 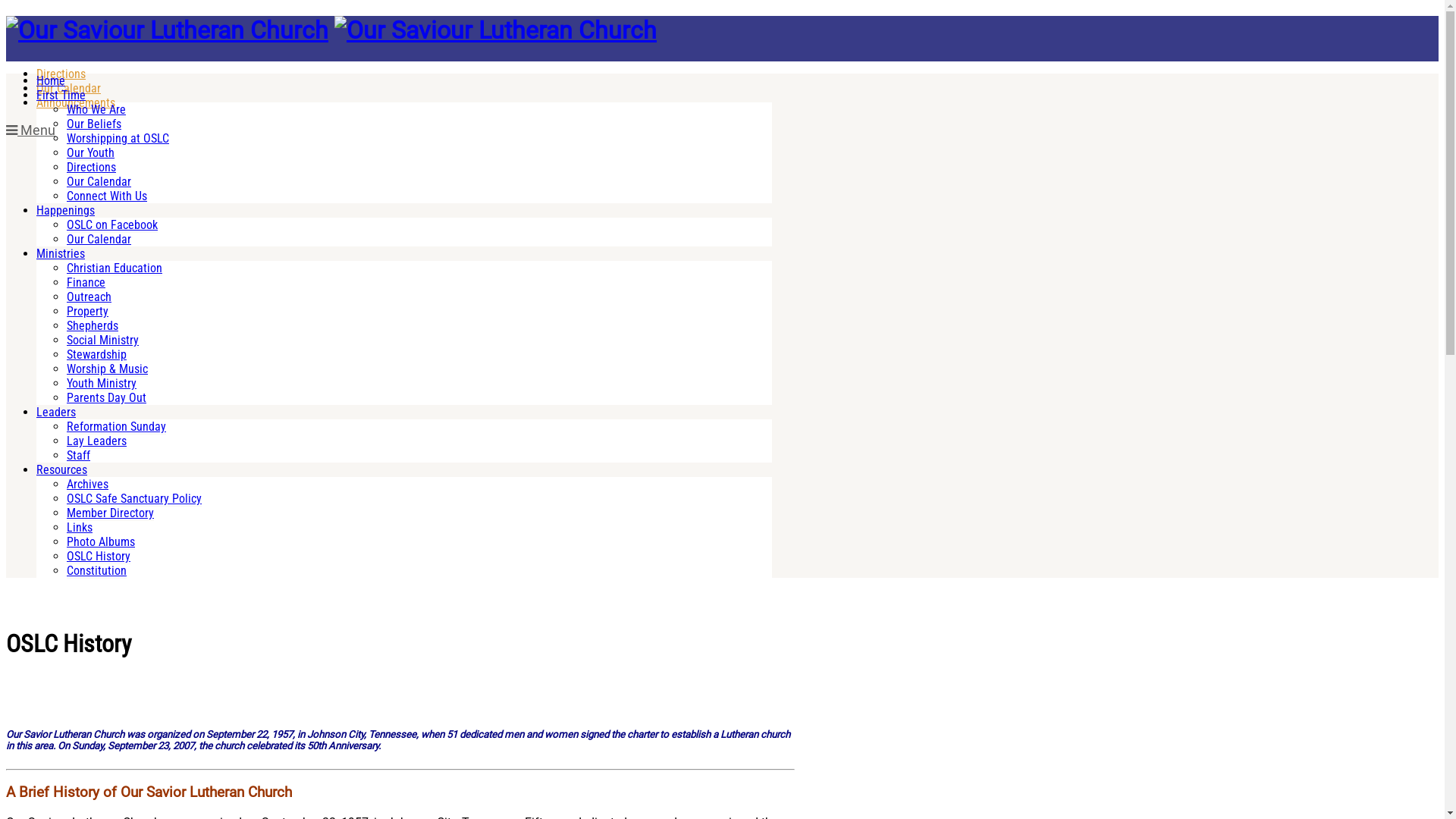 I want to click on 'Stewardship', so click(x=96, y=354).